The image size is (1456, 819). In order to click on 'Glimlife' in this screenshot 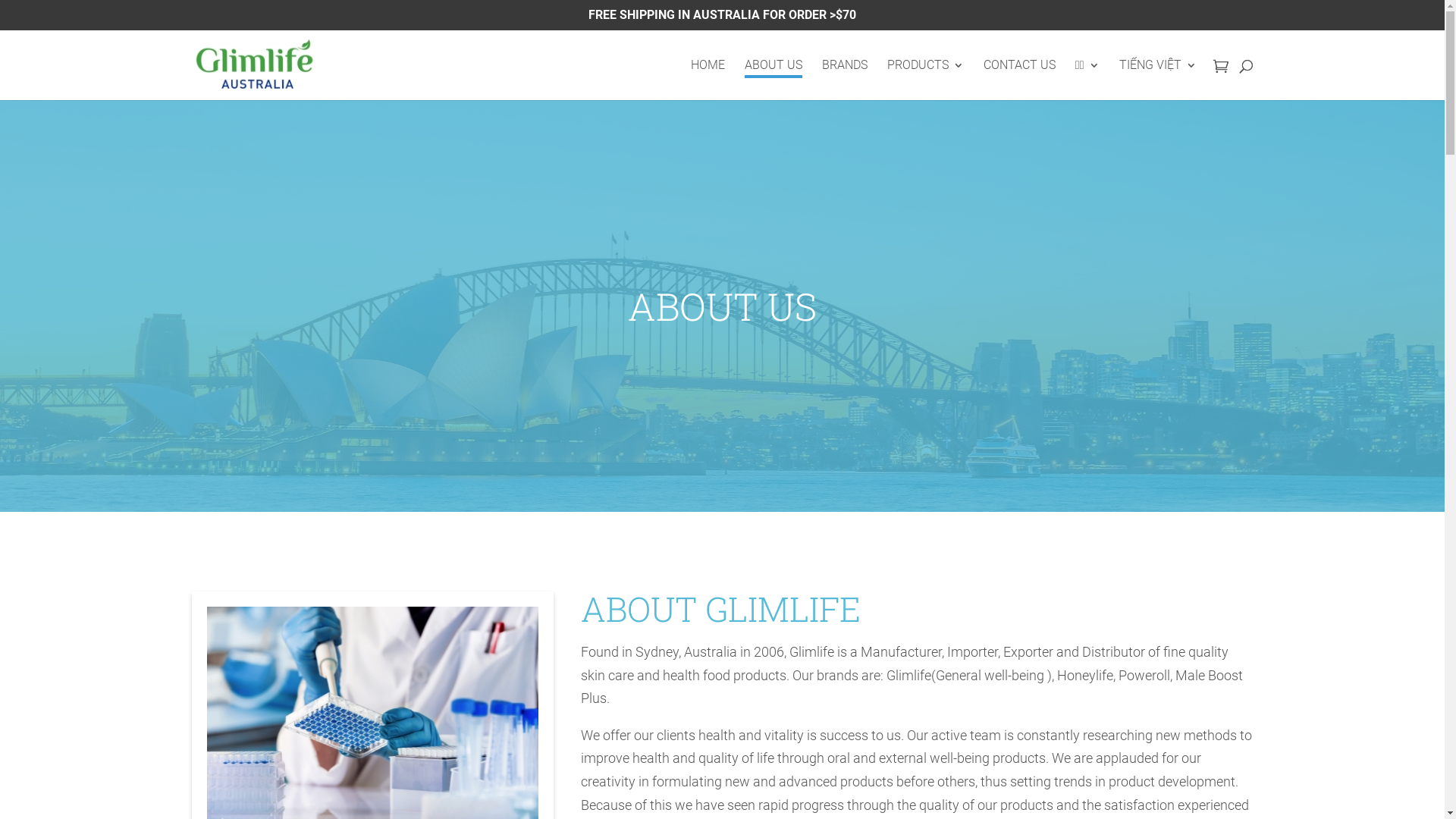, I will do `click(255, 64)`.